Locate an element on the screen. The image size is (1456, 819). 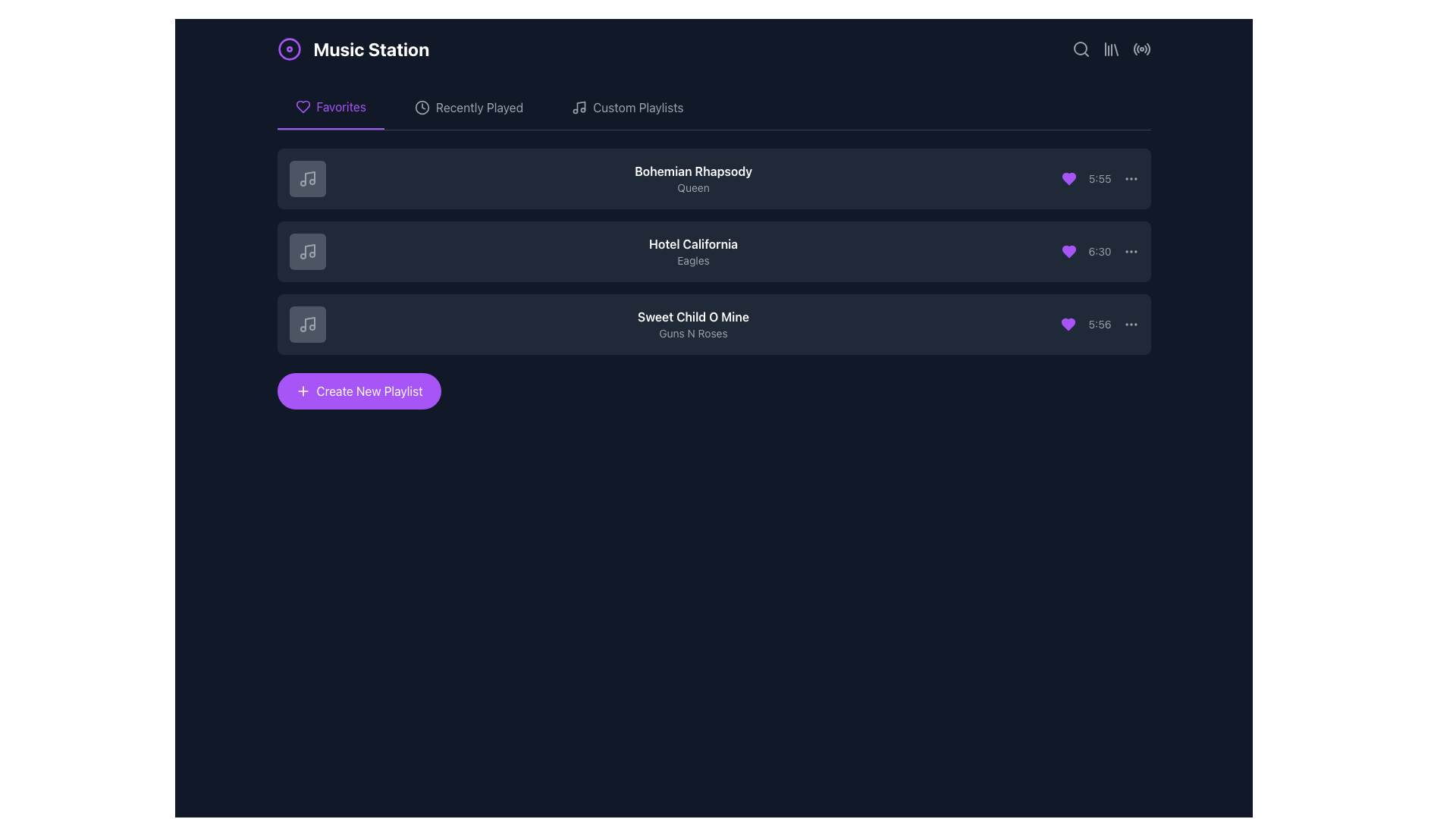
the first music list item titled 'Bohemian Rhapsody' by 'Queen' is located at coordinates (713, 177).